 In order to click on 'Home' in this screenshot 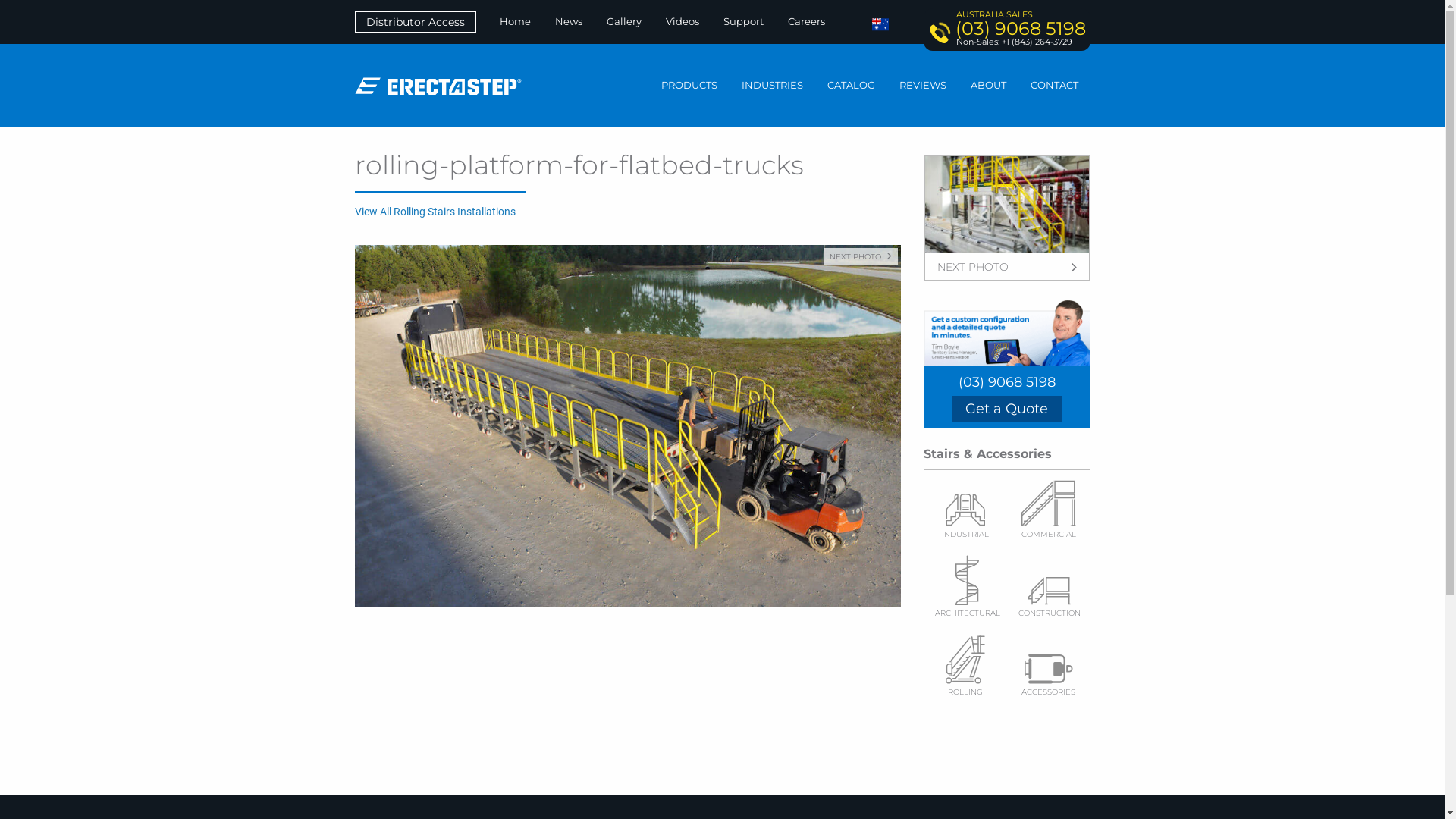, I will do `click(515, 21)`.